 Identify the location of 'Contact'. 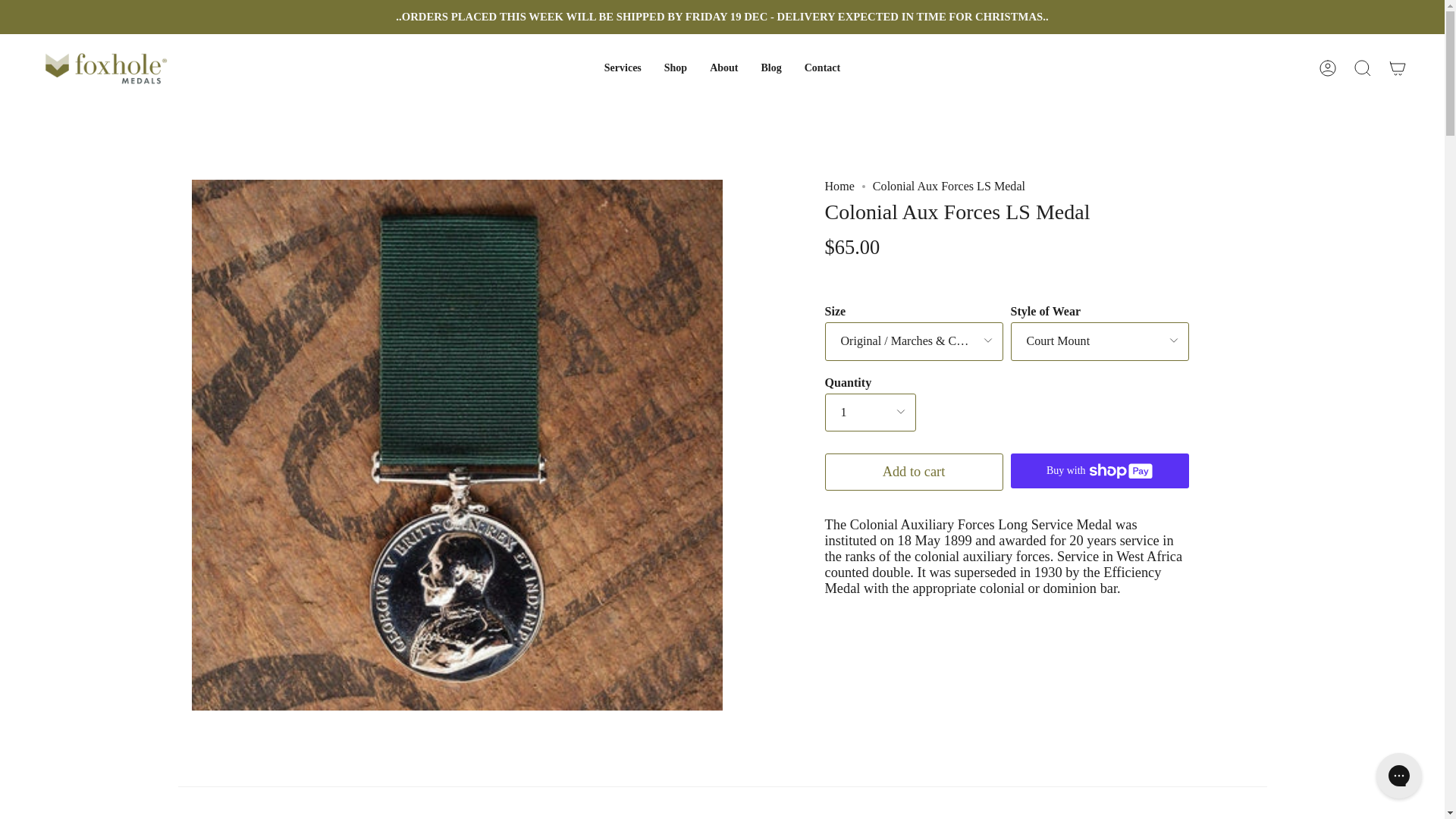
(821, 68).